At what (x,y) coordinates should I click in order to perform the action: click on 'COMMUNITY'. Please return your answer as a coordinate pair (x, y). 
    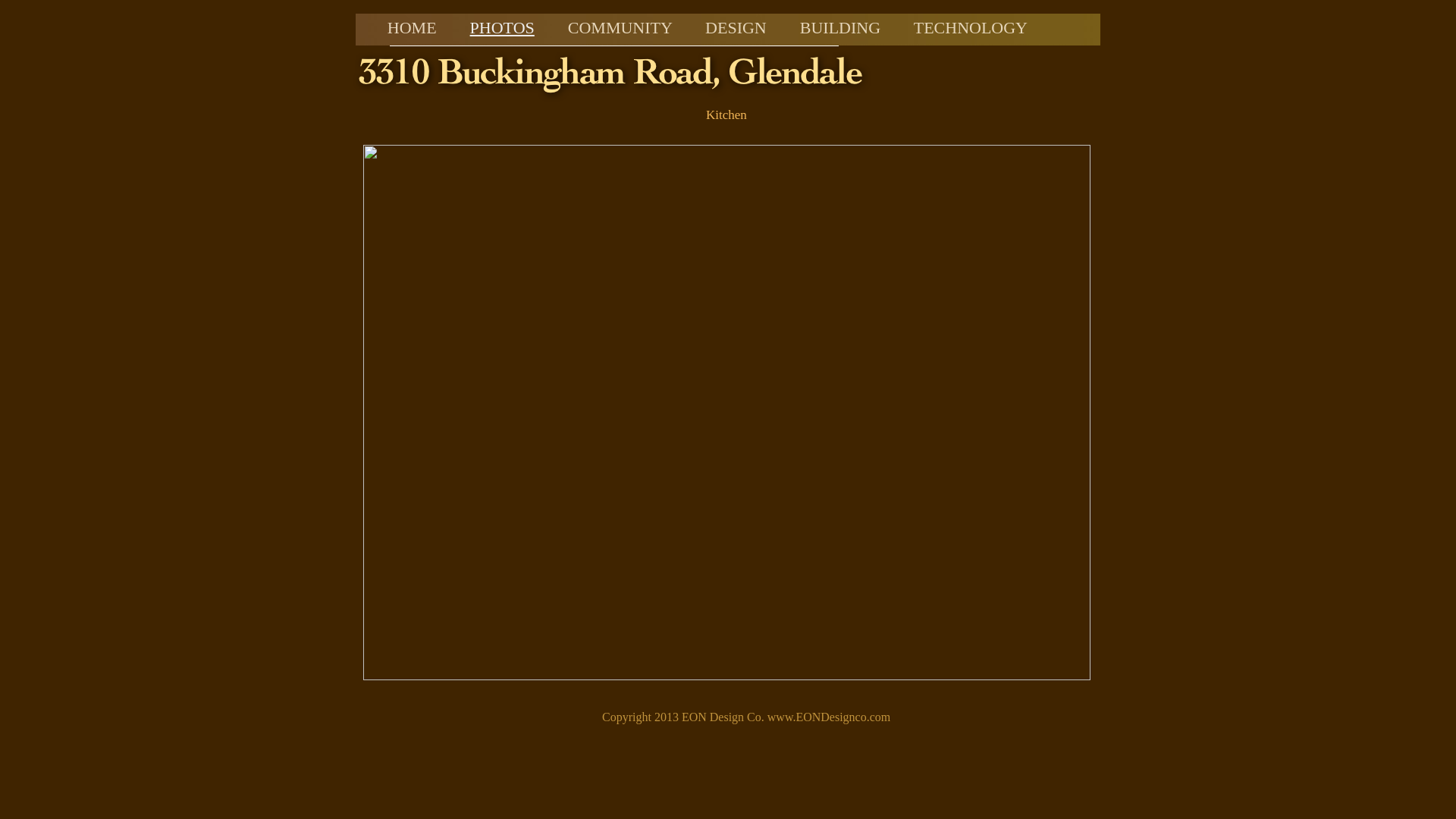
    Looking at the image, I should click on (620, 27).